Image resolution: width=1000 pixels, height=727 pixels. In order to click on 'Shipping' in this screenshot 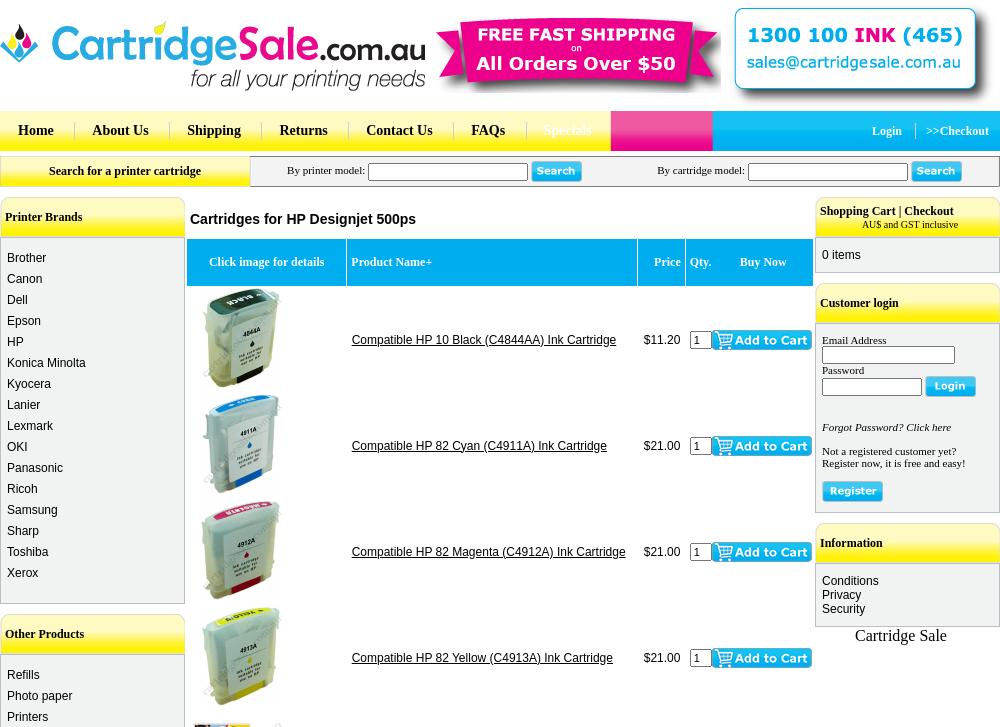, I will do `click(212, 130)`.